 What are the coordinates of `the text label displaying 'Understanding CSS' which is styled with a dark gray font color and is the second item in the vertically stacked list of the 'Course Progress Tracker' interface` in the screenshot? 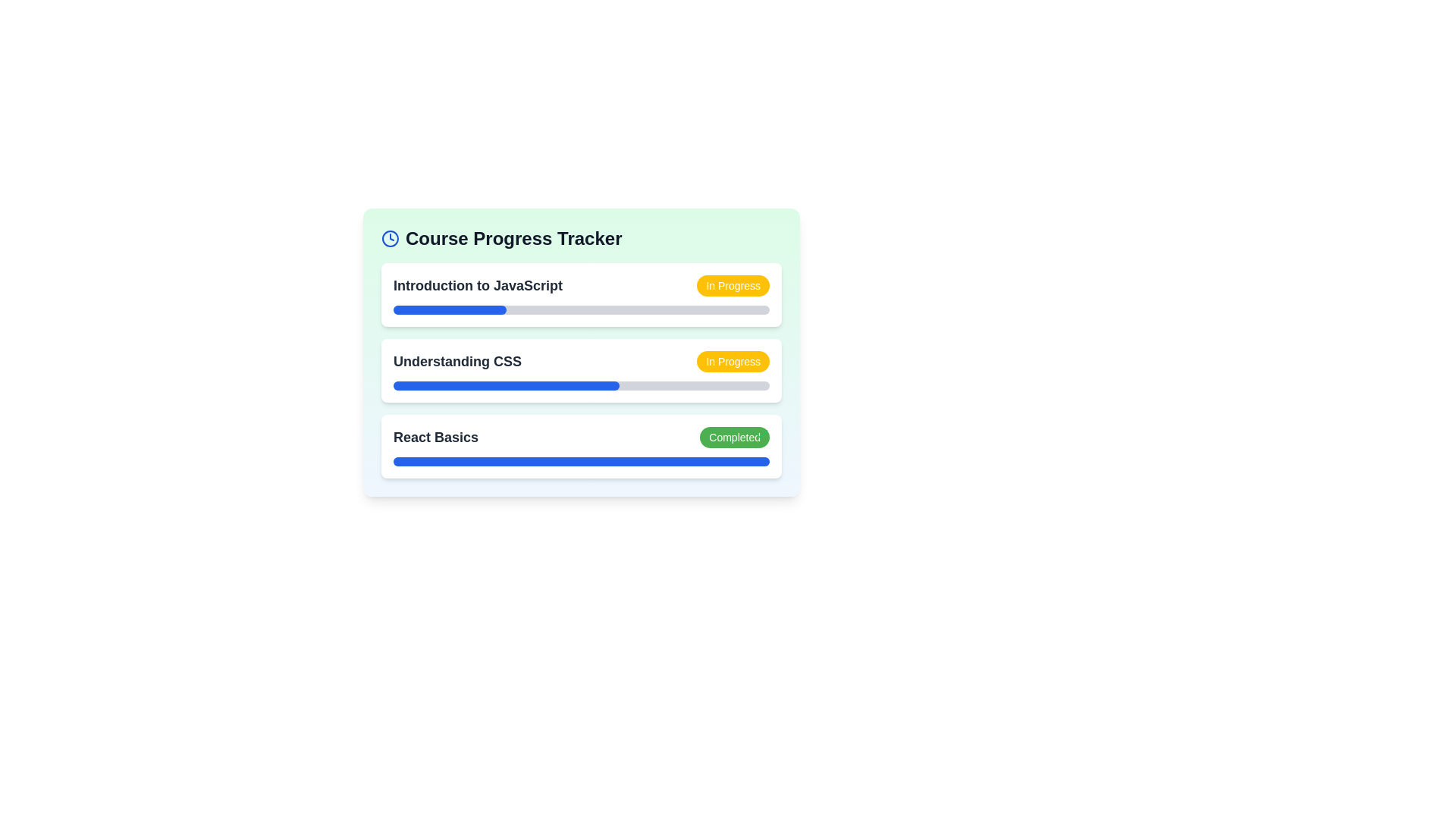 It's located at (457, 362).